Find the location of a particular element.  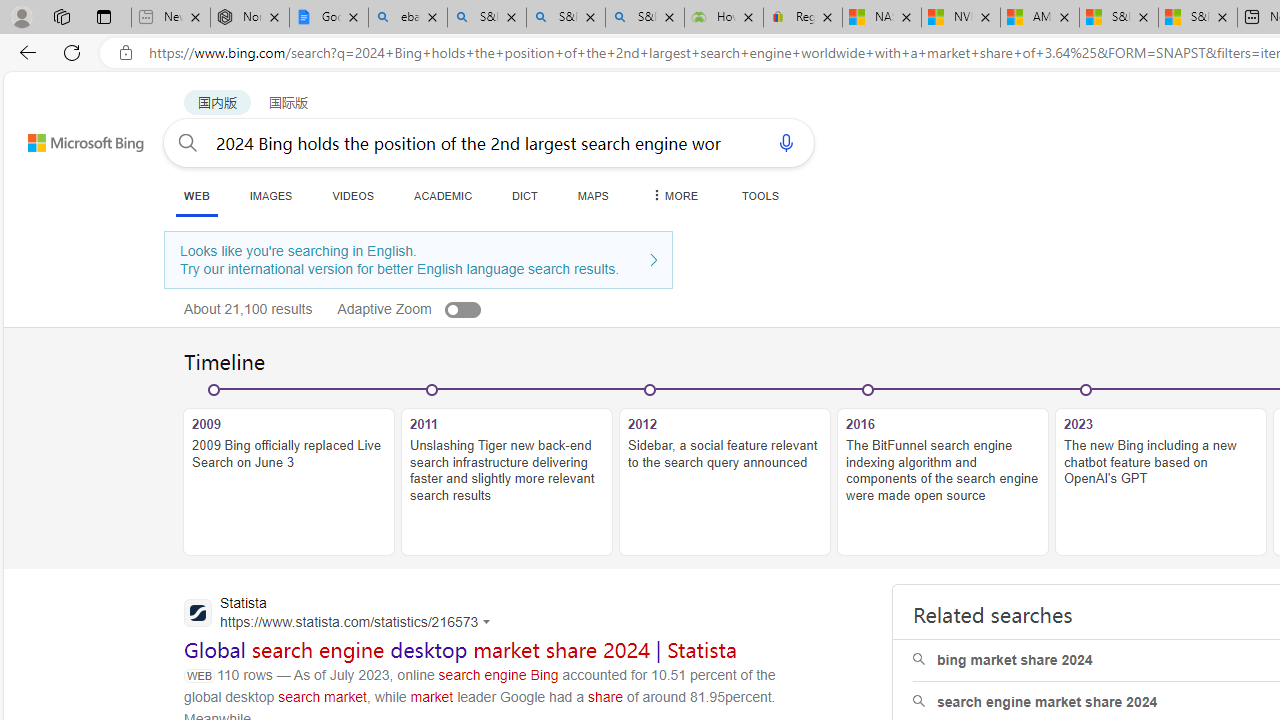

'ACADEMIC' is located at coordinates (442, 195).